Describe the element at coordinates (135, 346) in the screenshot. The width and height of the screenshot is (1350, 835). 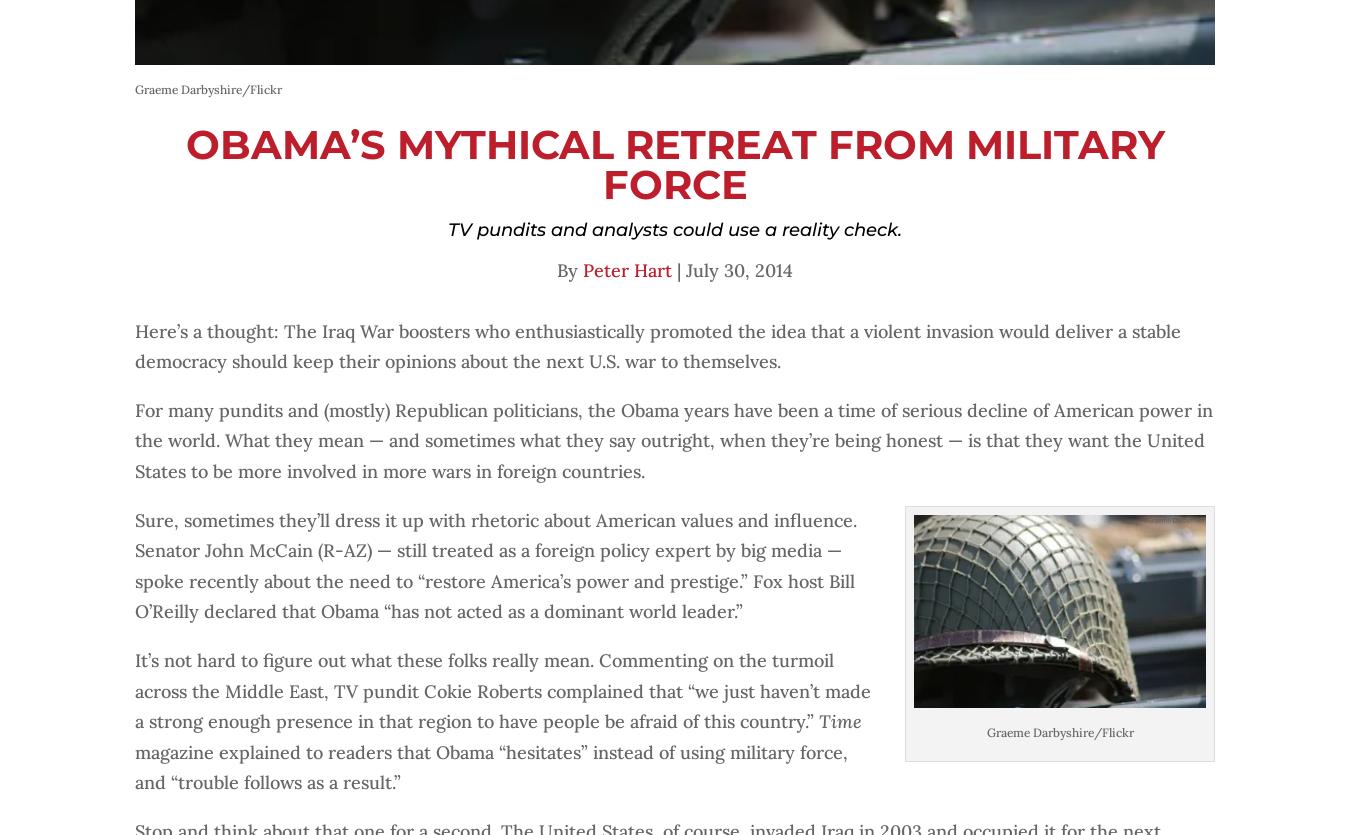
I see `'Here’s a thought: The Iraq War boosters who enthusiastically promoted the idea that a violent invasion would deliver a stable democracy should keep their opinions about the next U.S. war to themselves.'` at that location.